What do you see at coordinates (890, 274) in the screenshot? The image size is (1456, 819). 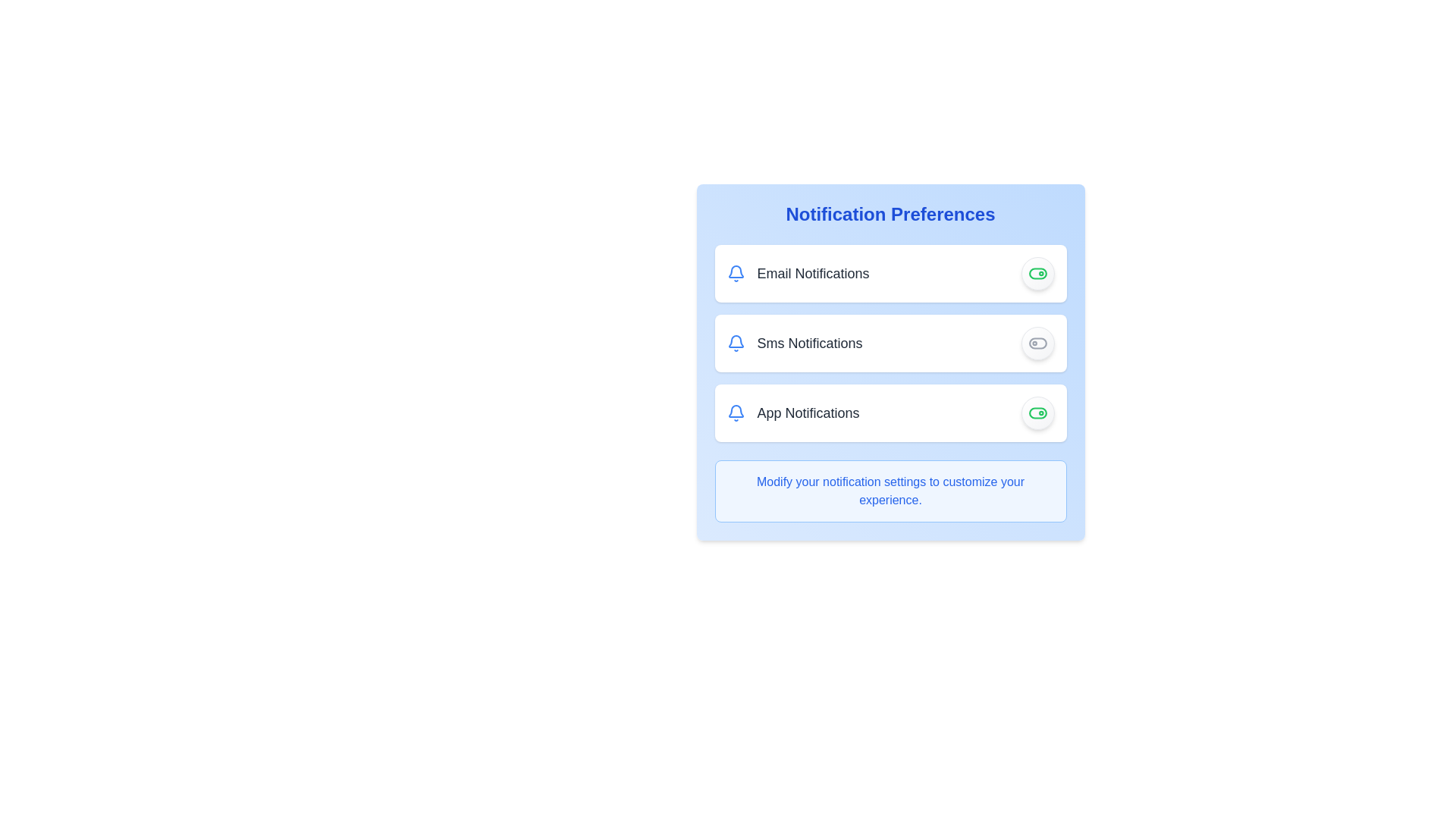 I see `the toggle switch in the first card of the 'Notification Preferences' section` at bounding box center [890, 274].